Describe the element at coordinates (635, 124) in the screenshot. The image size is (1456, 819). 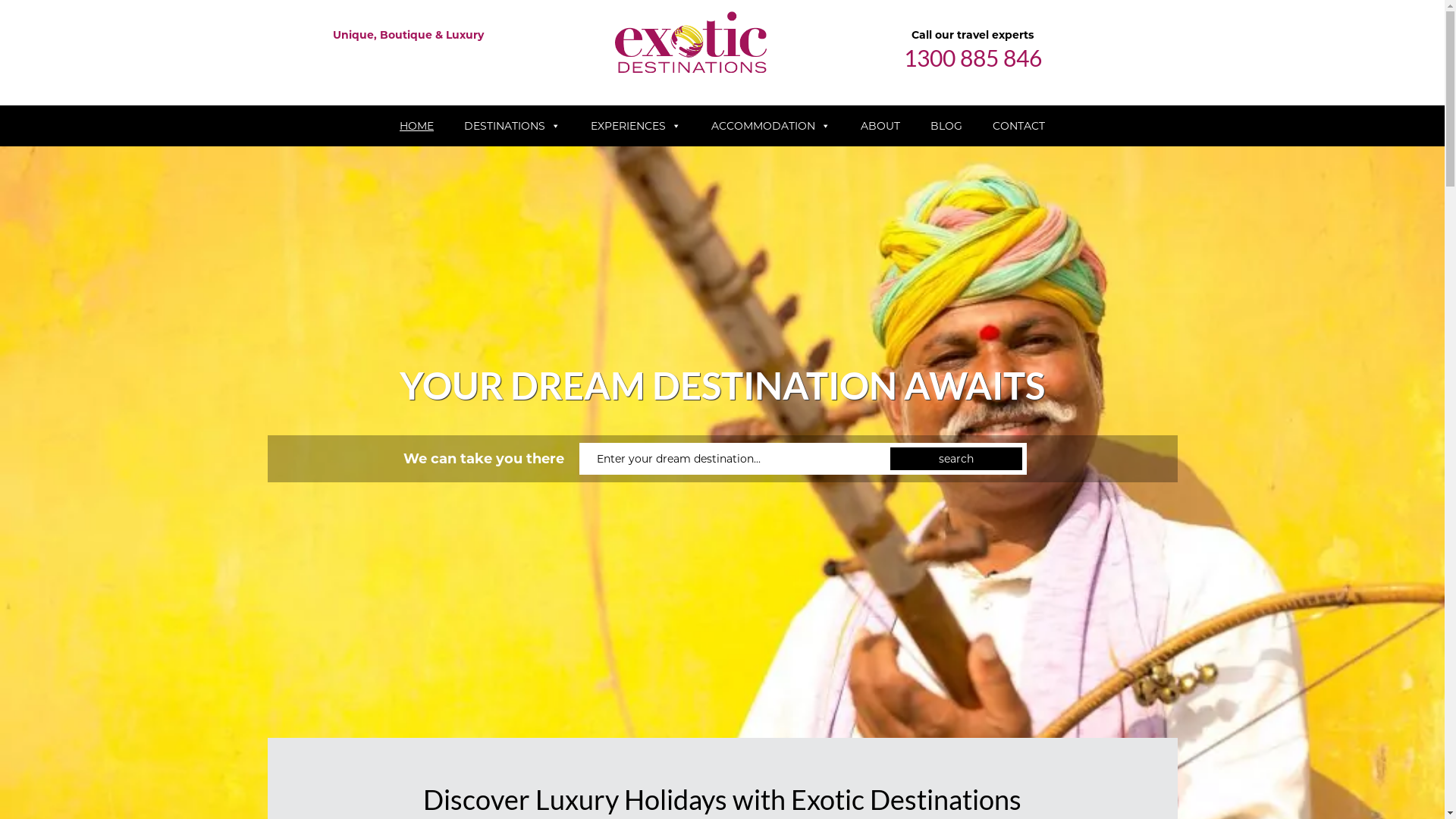
I see `'EXPERIENCES'` at that location.